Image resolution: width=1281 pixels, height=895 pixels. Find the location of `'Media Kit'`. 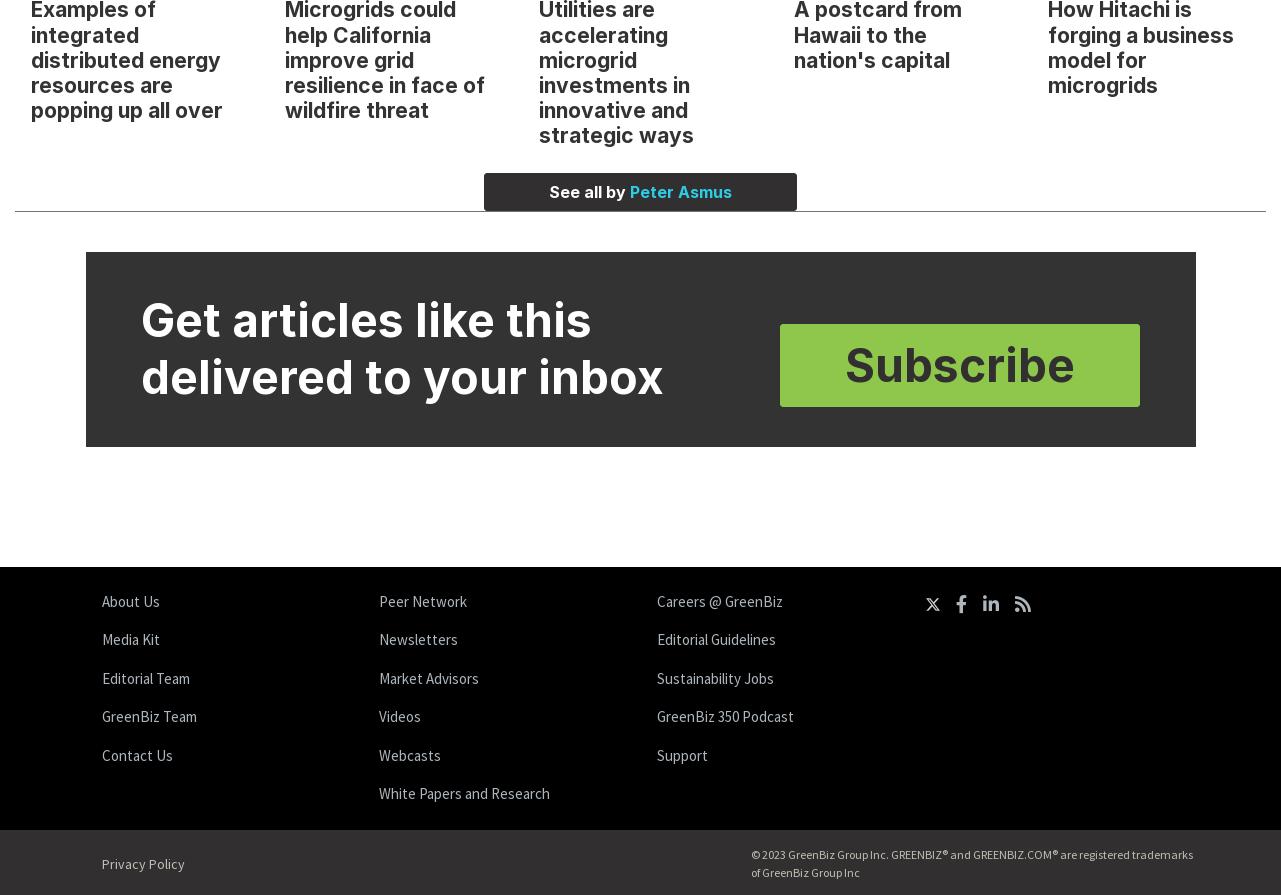

'Media Kit' is located at coordinates (129, 638).